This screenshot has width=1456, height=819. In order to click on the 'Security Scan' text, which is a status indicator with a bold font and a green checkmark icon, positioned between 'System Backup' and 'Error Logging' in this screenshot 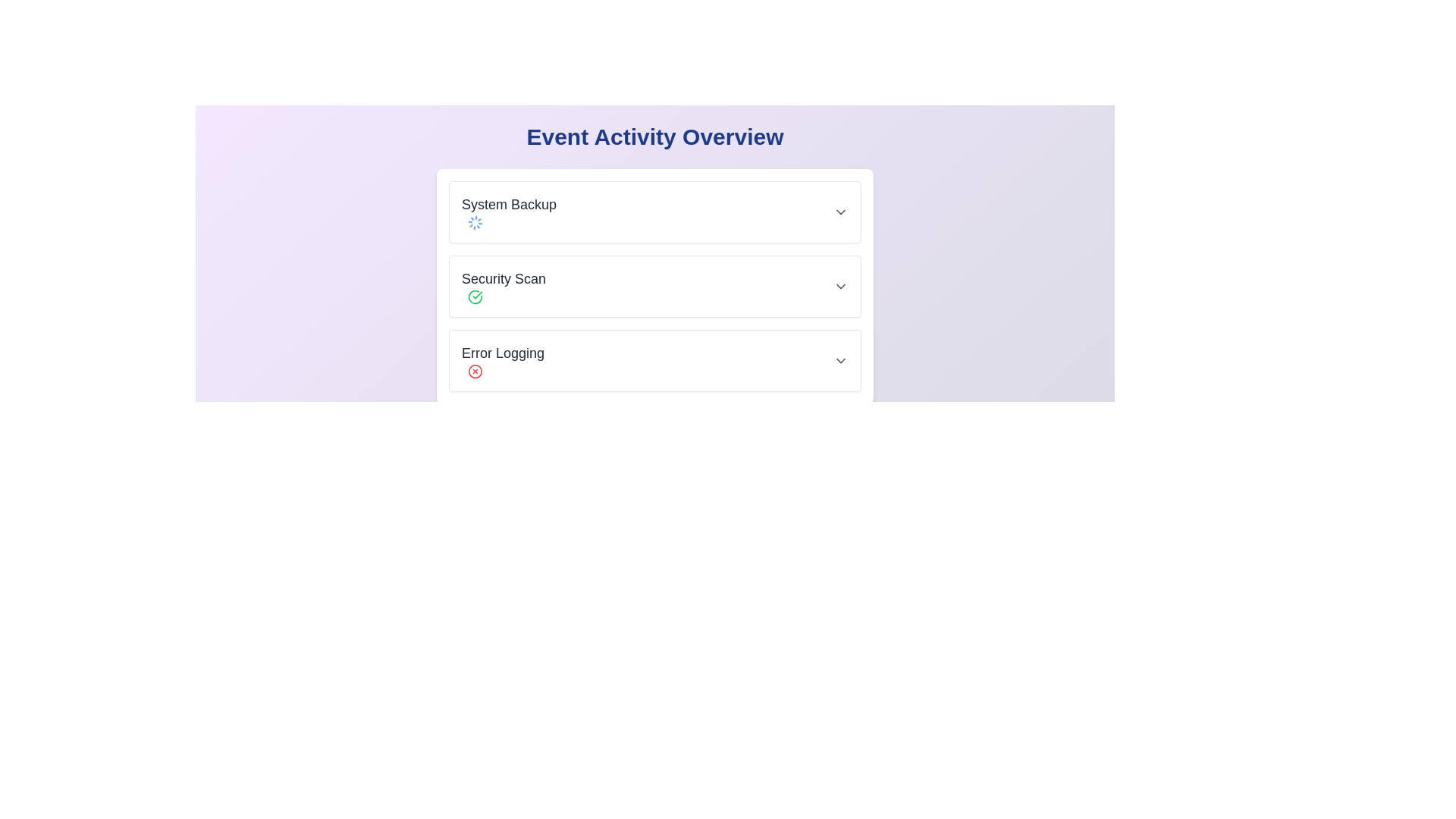, I will do `click(504, 287)`.